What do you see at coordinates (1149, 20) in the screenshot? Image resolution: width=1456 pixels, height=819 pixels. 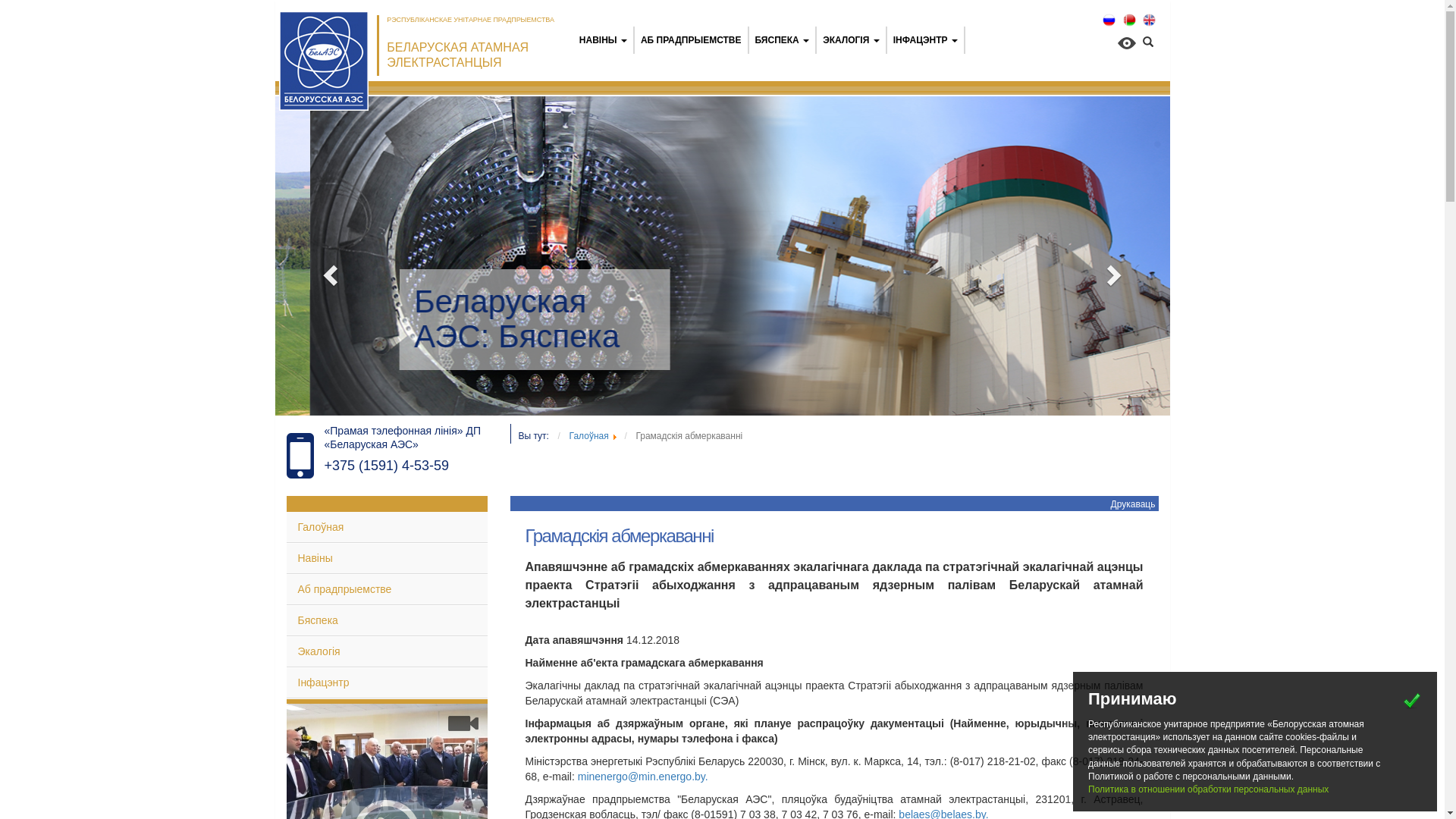 I see `'English (UK)'` at bounding box center [1149, 20].